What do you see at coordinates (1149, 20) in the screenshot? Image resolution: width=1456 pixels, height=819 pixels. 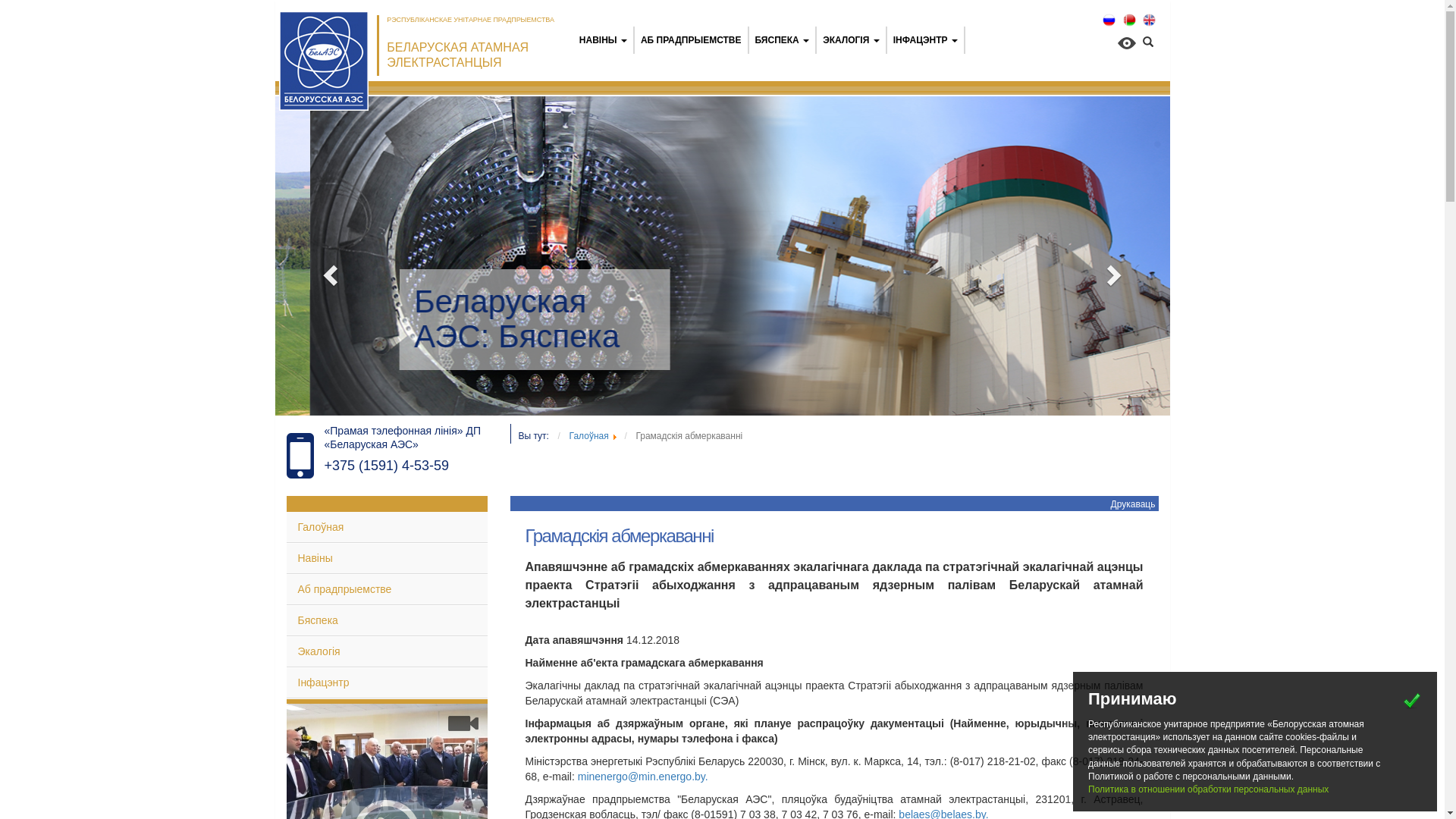 I see `'English (UK)'` at bounding box center [1149, 20].